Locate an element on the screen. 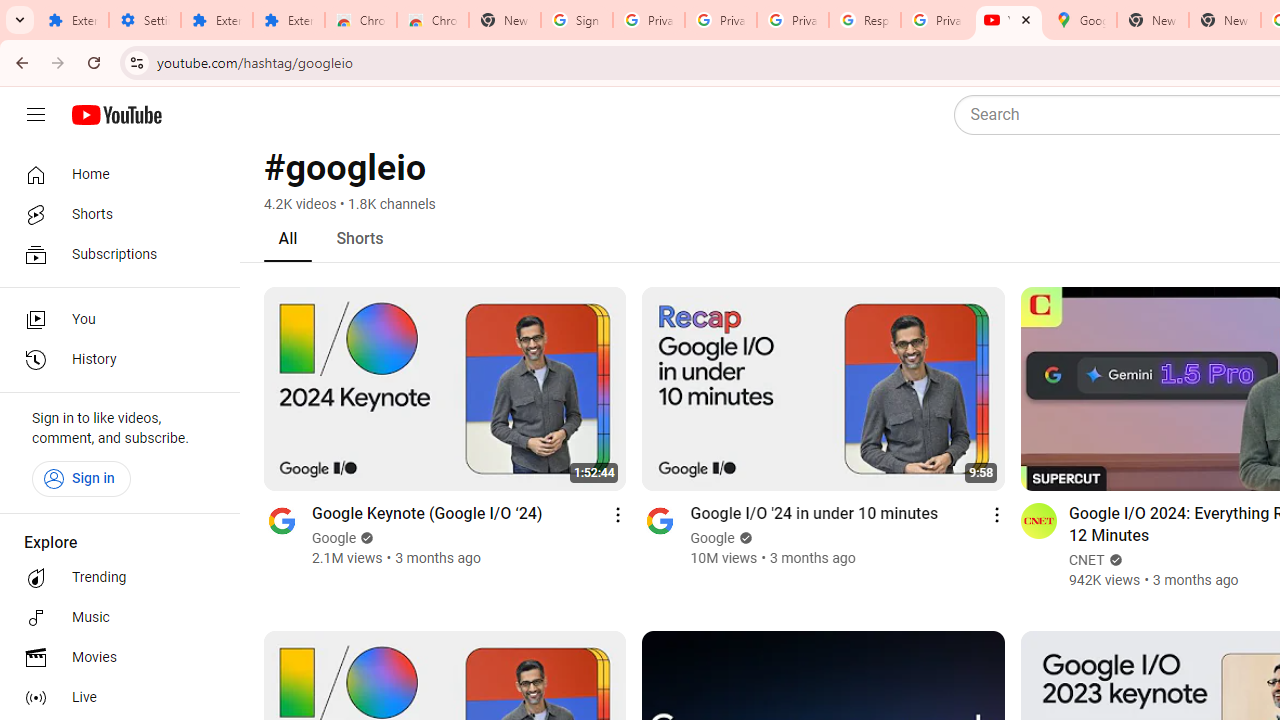 This screenshot has width=1280, height=720. 'Chrome Web Store - Themes' is located at coordinates (431, 20).